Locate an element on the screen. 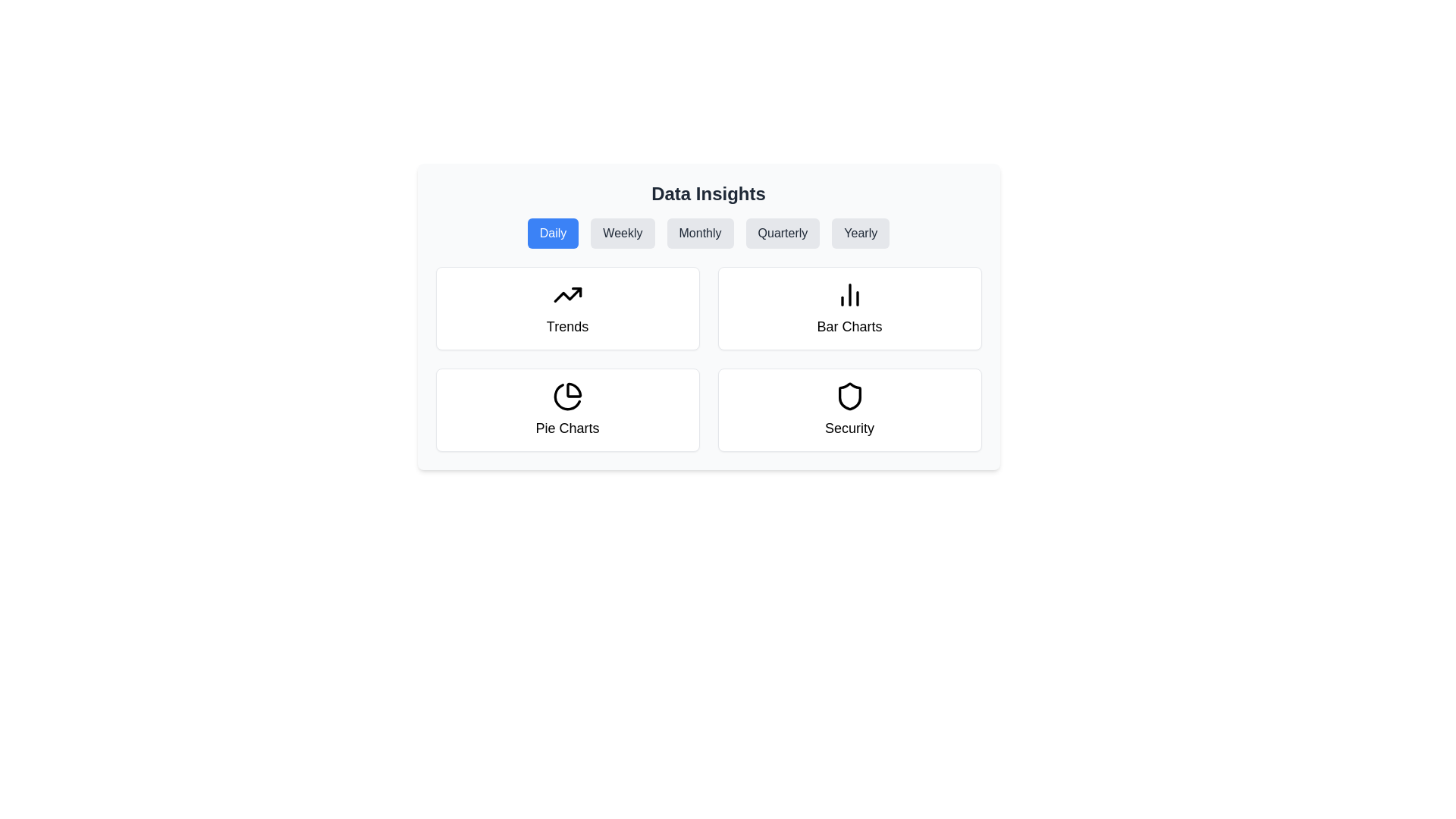 The height and width of the screenshot is (819, 1456). the inner part of the shield icon in the 'Security' panel located beneath the 'Data Insights' heading is located at coordinates (849, 396).